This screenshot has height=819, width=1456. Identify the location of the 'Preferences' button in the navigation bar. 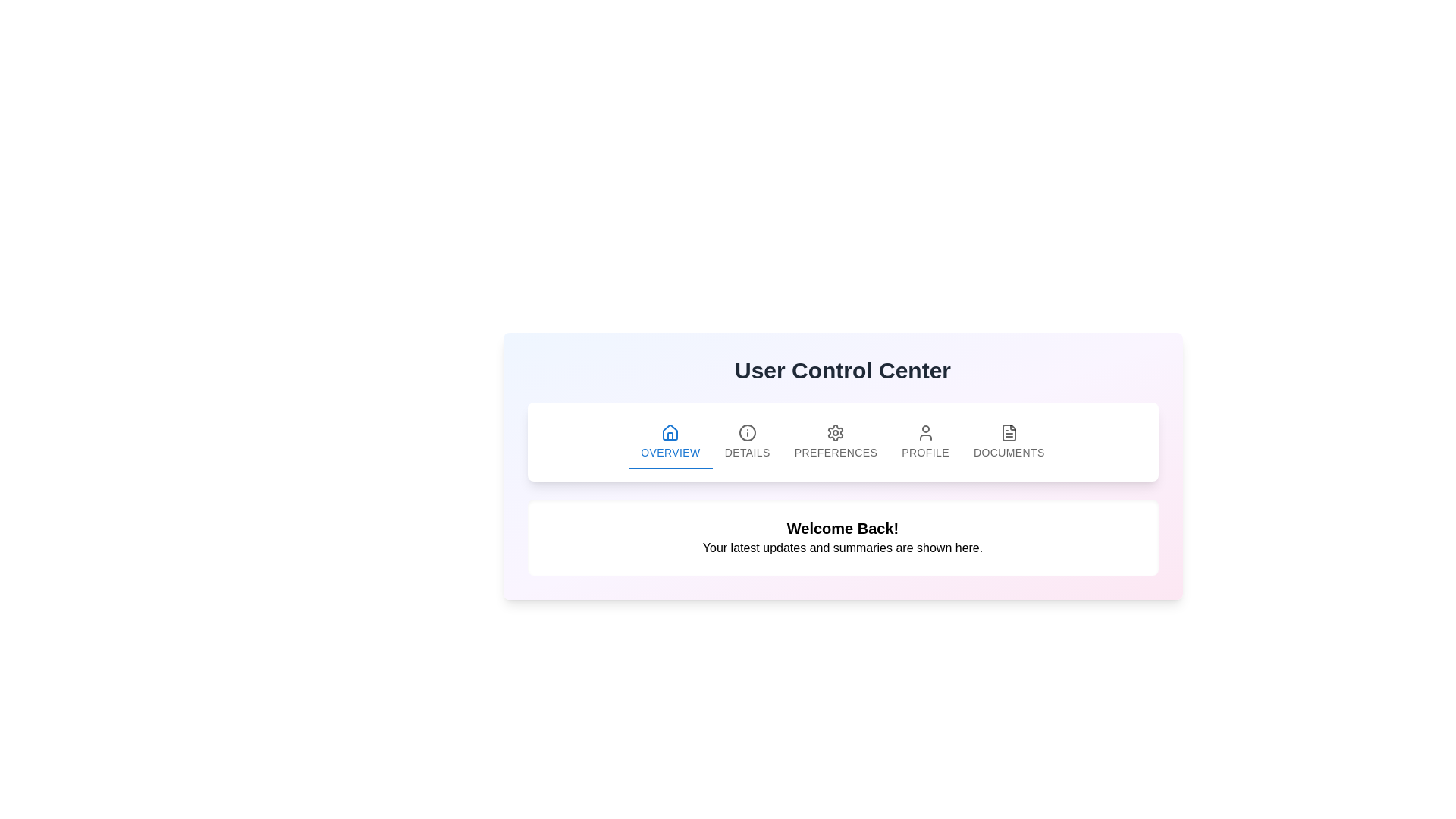
(835, 441).